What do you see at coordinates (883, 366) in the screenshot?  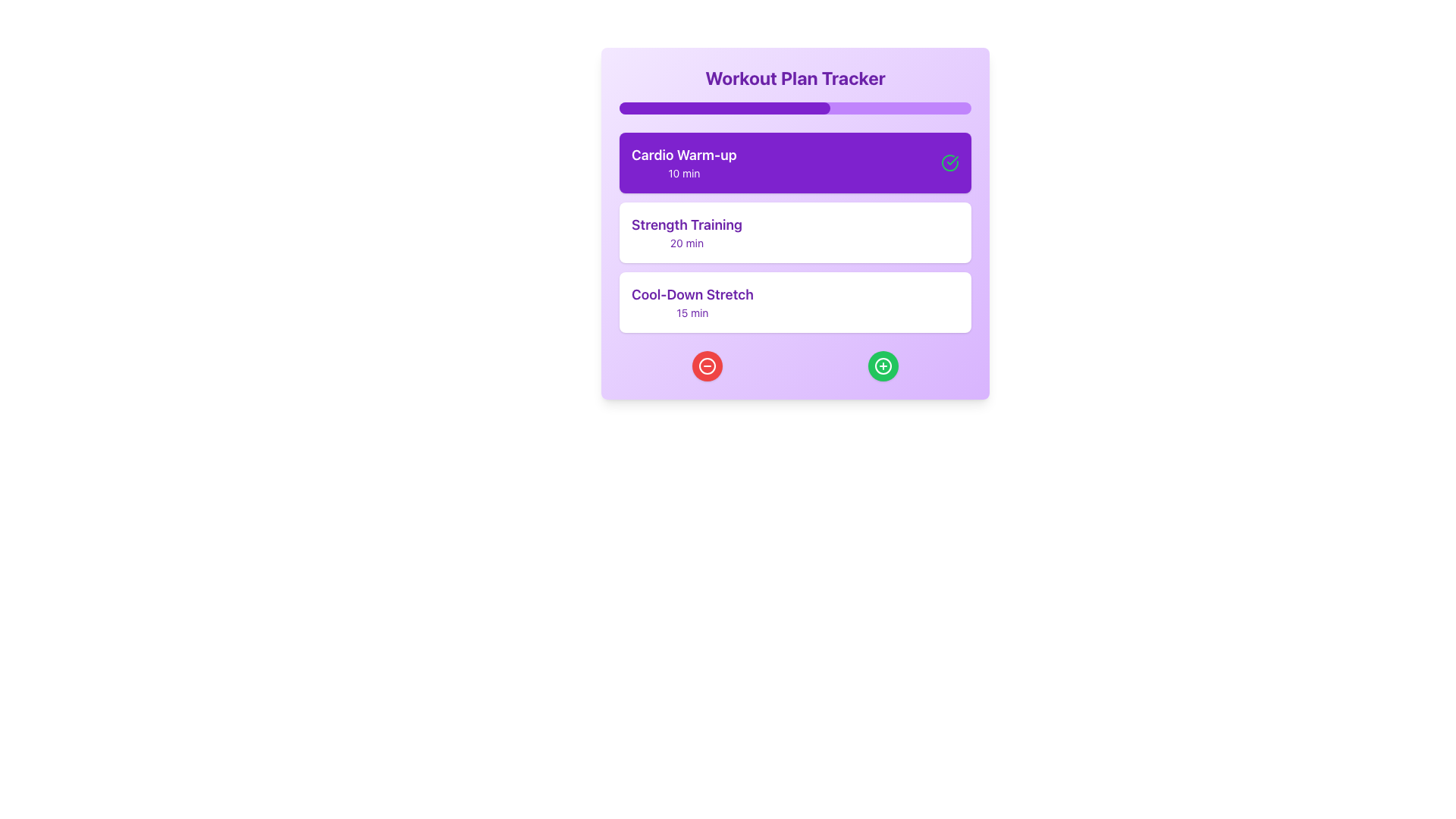 I see `the circular outline of the icon located at the bottom-right of the purple card interface, styled with a green stroke` at bounding box center [883, 366].